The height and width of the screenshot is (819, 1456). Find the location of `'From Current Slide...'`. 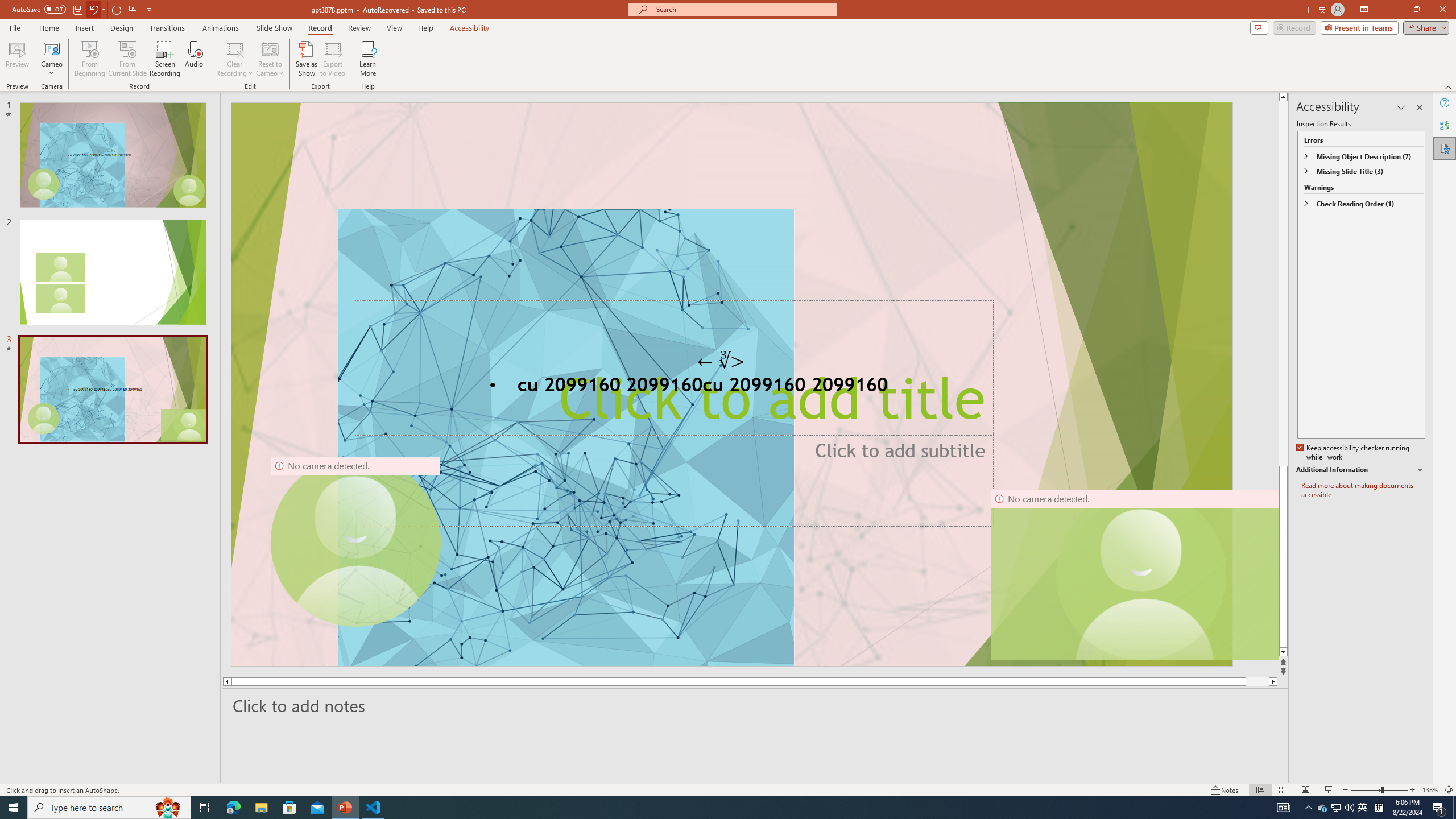

'From Current Slide...' is located at coordinates (127, 59).